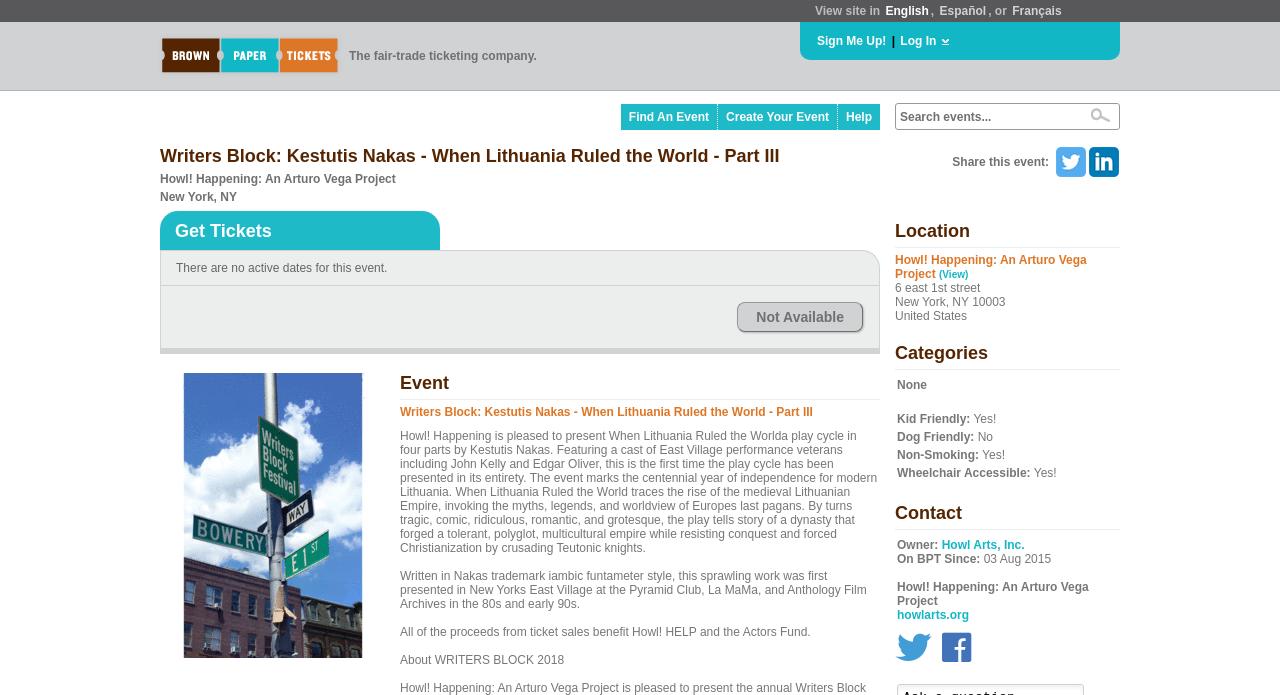  I want to click on '6 east 1st street', so click(936, 288).